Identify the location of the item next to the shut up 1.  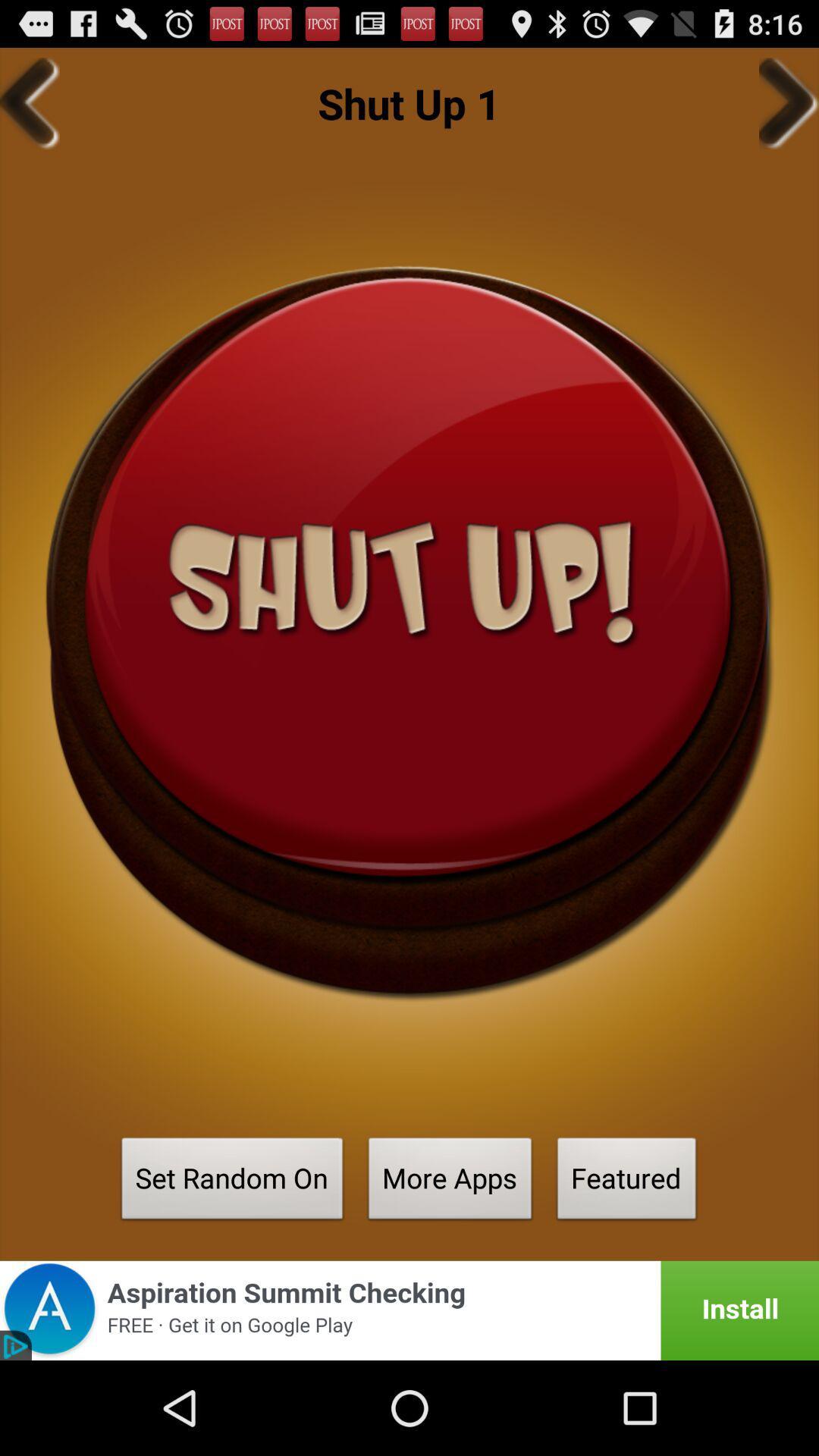
(30, 102).